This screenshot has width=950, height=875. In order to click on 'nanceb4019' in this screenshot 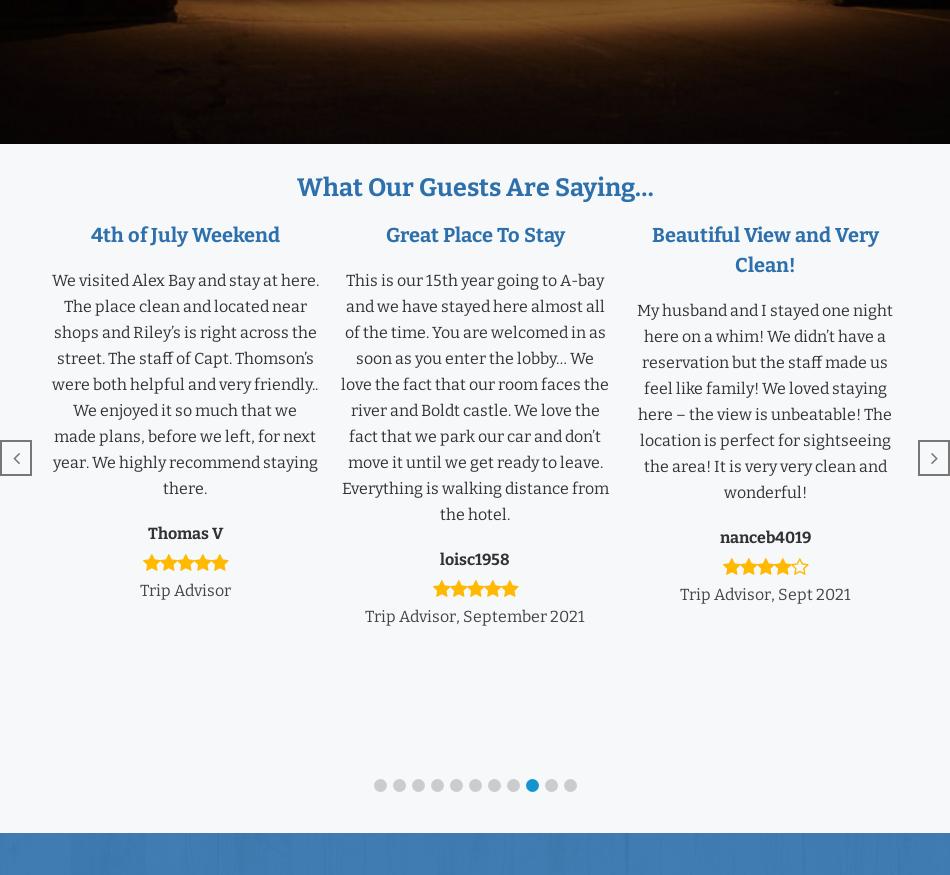, I will do `click(763, 536)`.